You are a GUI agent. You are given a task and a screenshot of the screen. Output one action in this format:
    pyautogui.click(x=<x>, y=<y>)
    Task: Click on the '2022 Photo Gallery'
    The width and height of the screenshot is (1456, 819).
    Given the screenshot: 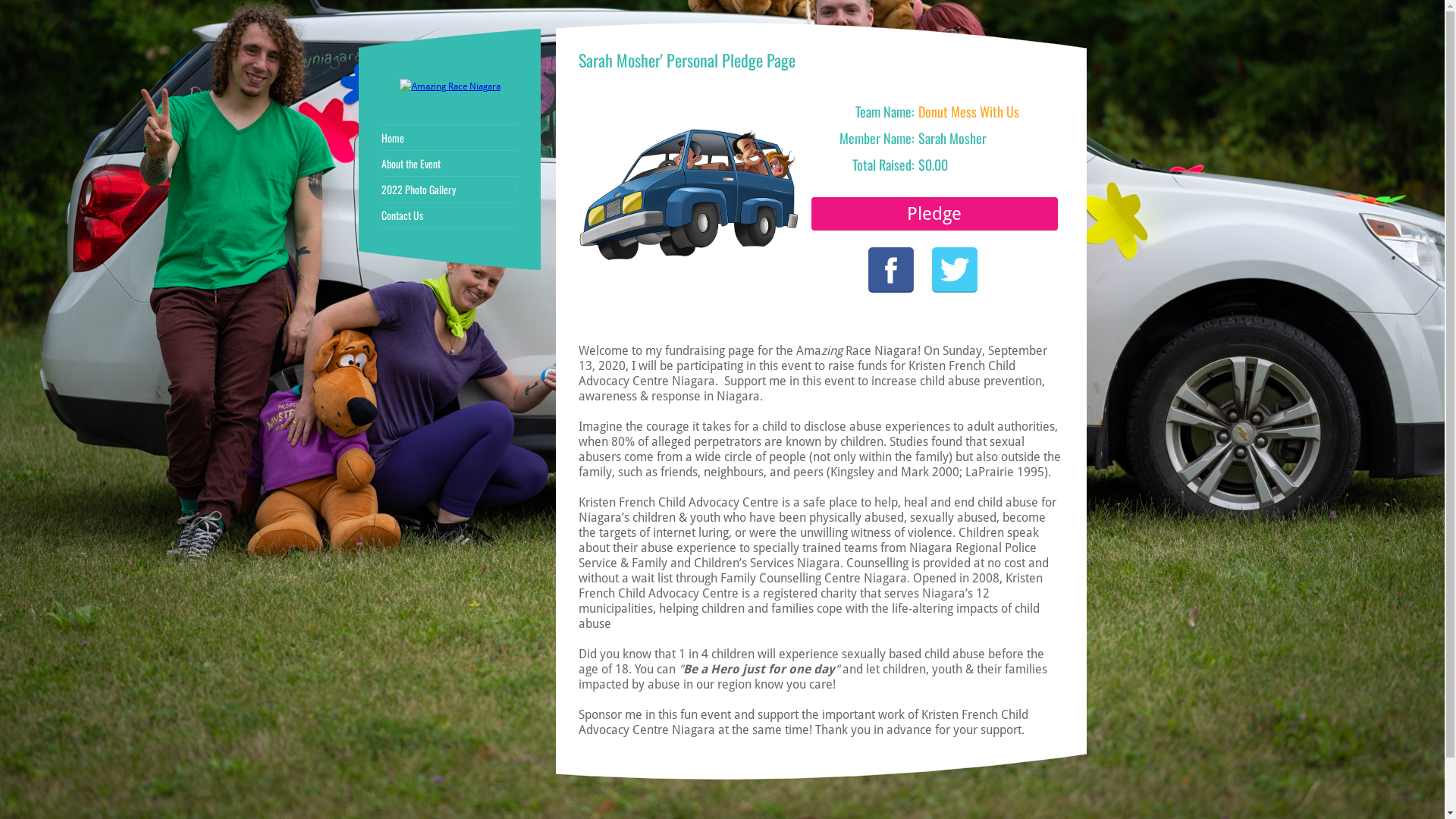 What is the action you would take?
    pyautogui.click(x=449, y=189)
    